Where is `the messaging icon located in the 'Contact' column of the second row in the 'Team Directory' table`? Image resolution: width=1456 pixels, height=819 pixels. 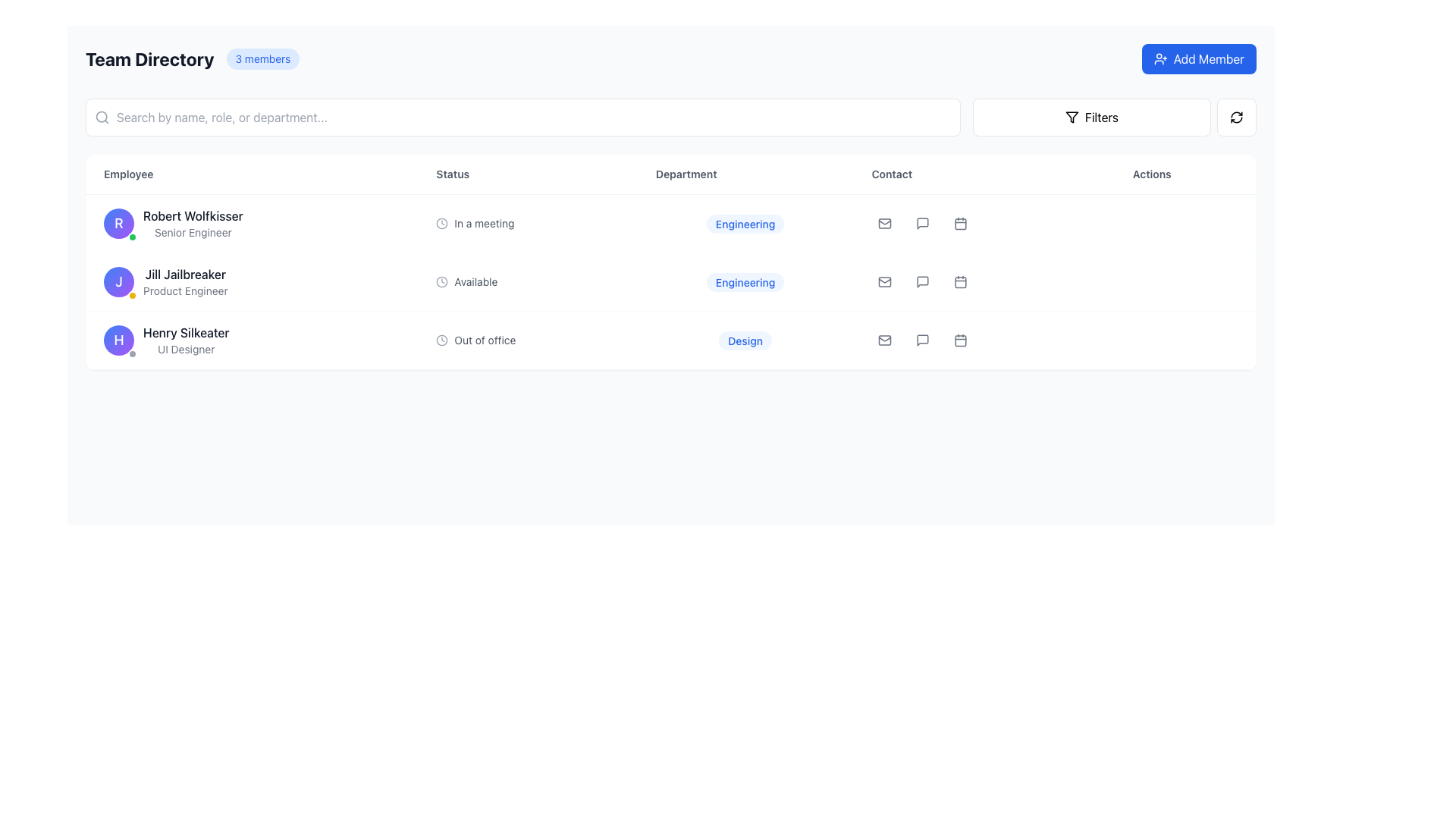 the messaging icon located in the 'Contact' column of the second row in the 'Team Directory' table is located at coordinates (921, 281).